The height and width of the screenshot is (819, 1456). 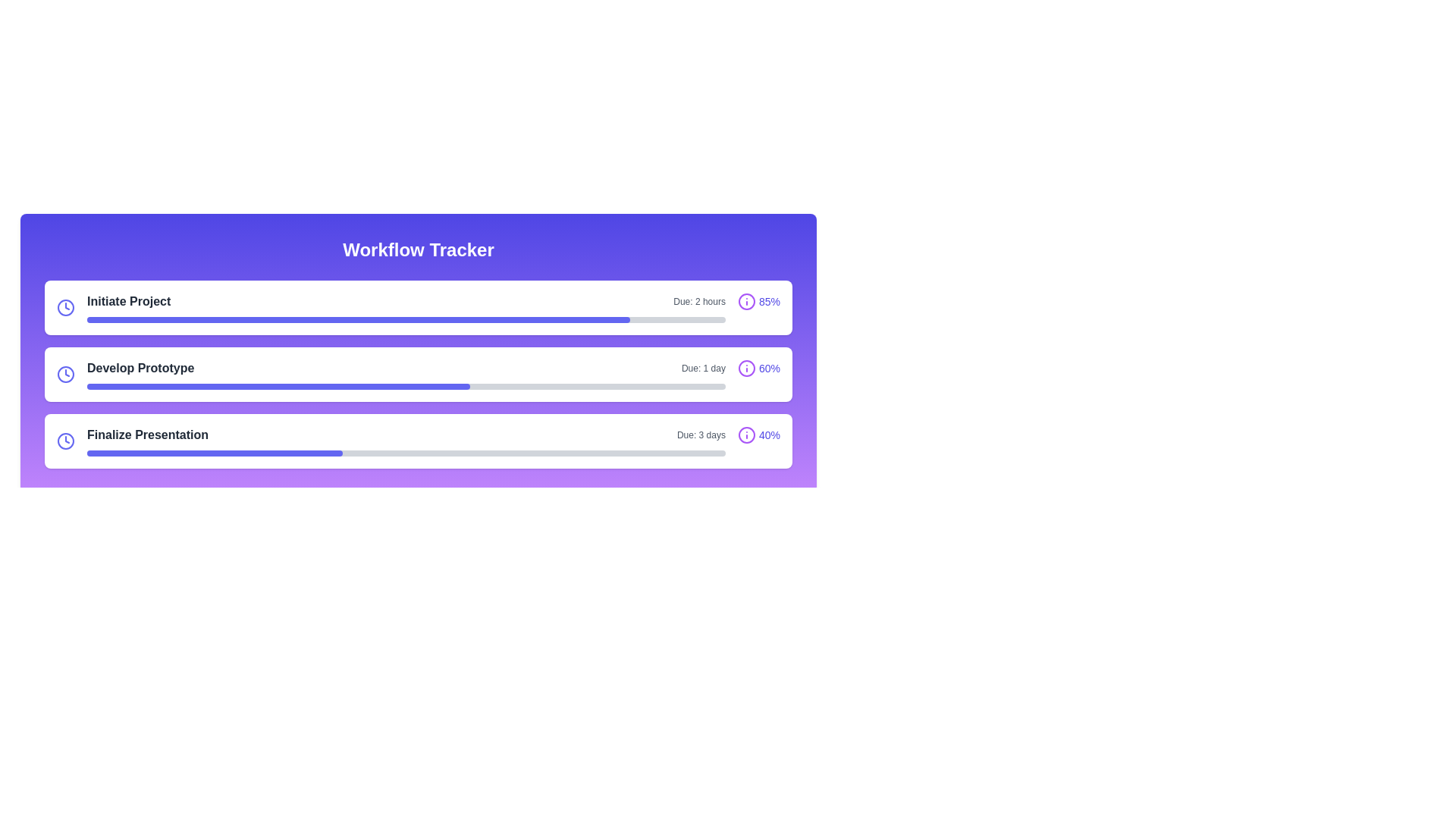 I want to click on the progress displayed on the indigo progress bar located within the 'Initiate Project' panel, positioned below the text 'Due: 2 hours', so click(x=406, y=318).